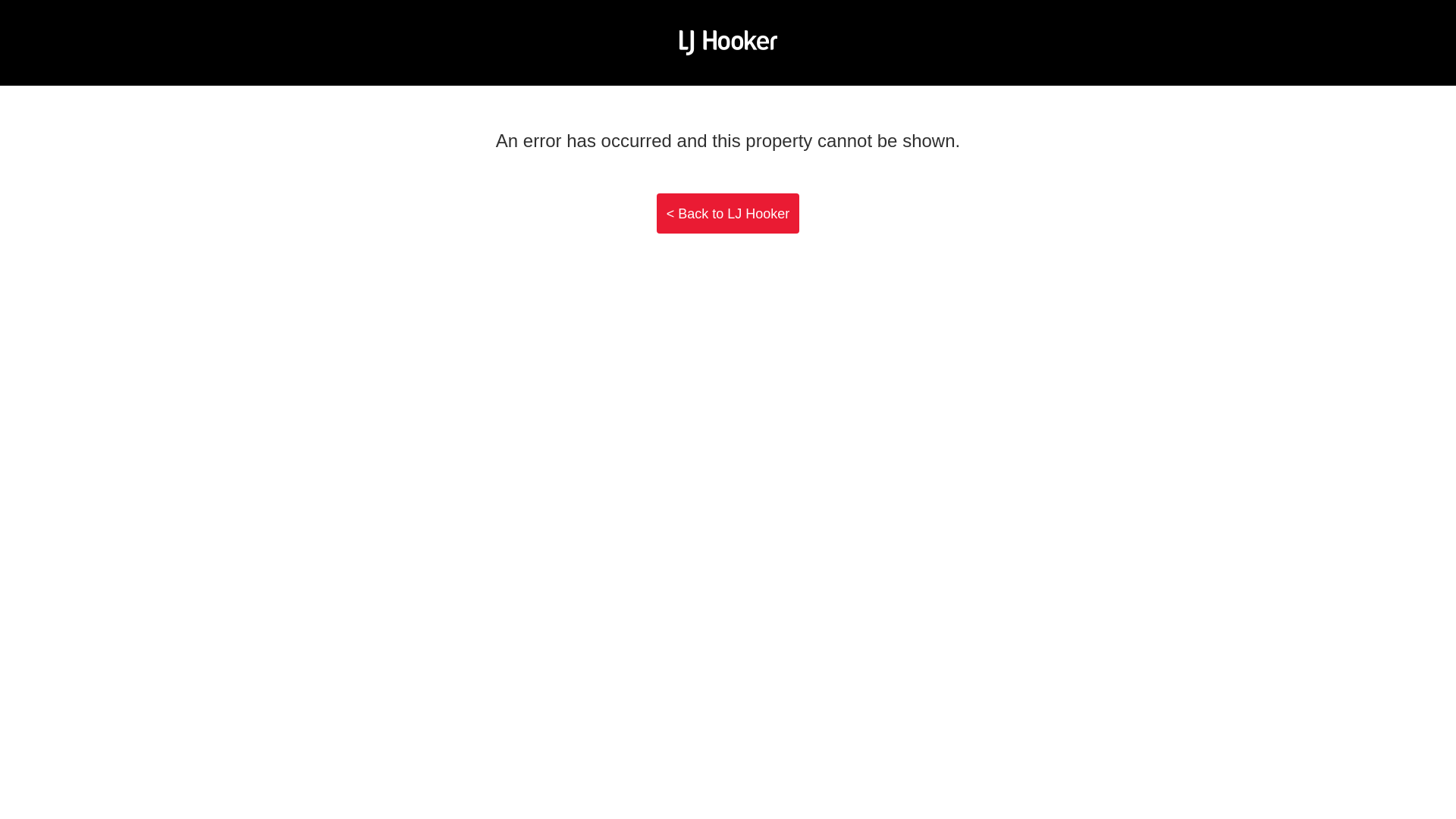 This screenshot has width=1456, height=819. What do you see at coordinates (656, 213) in the screenshot?
I see `'< Back to LJ Hooker'` at bounding box center [656, 213].